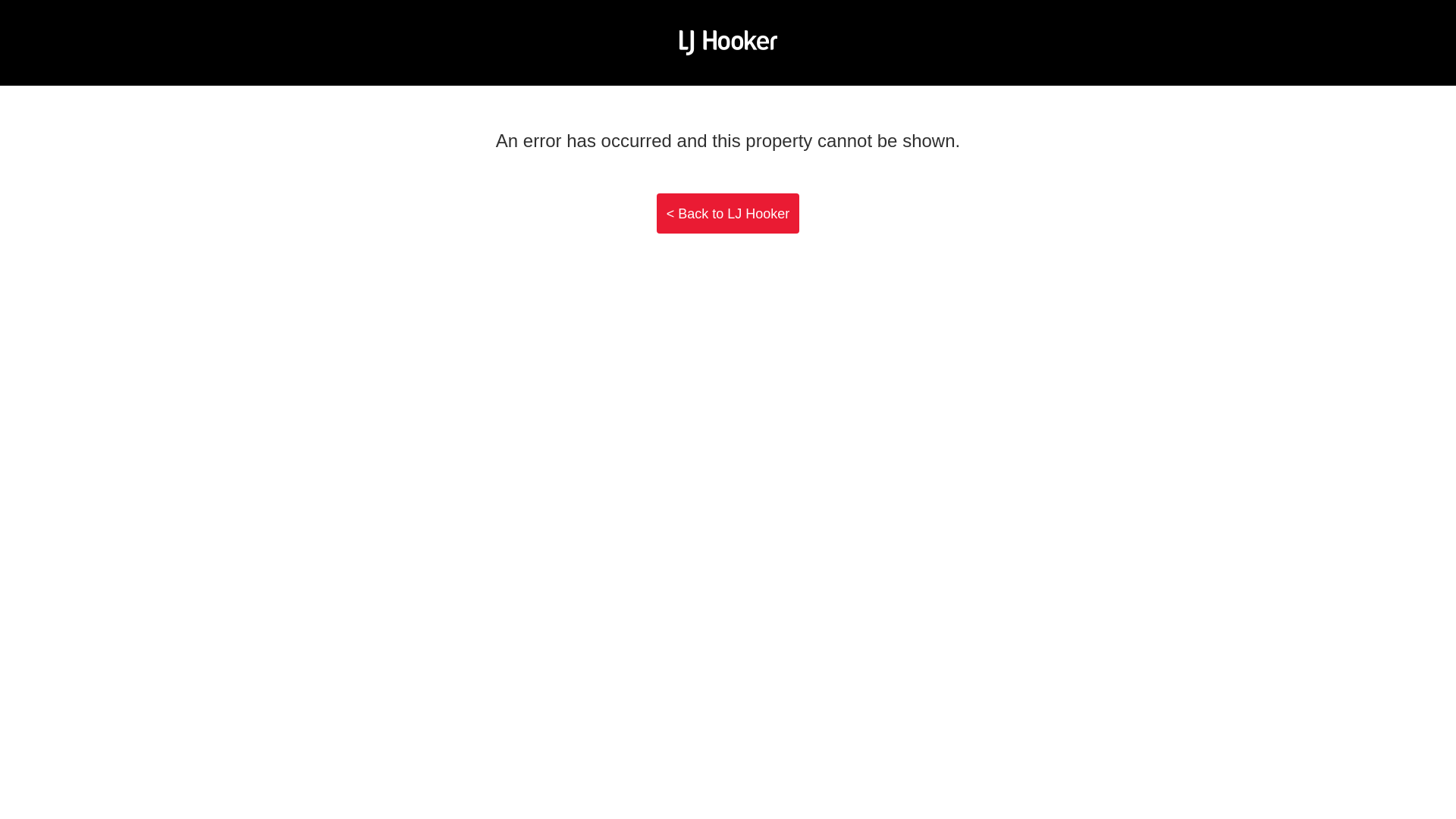 This screenshot has width=1456, height=819. What do you see at coordinates (656, 213) in the screenshot?
I see `'< Back to LJ Hooker'` at bounding box center [656, 213].